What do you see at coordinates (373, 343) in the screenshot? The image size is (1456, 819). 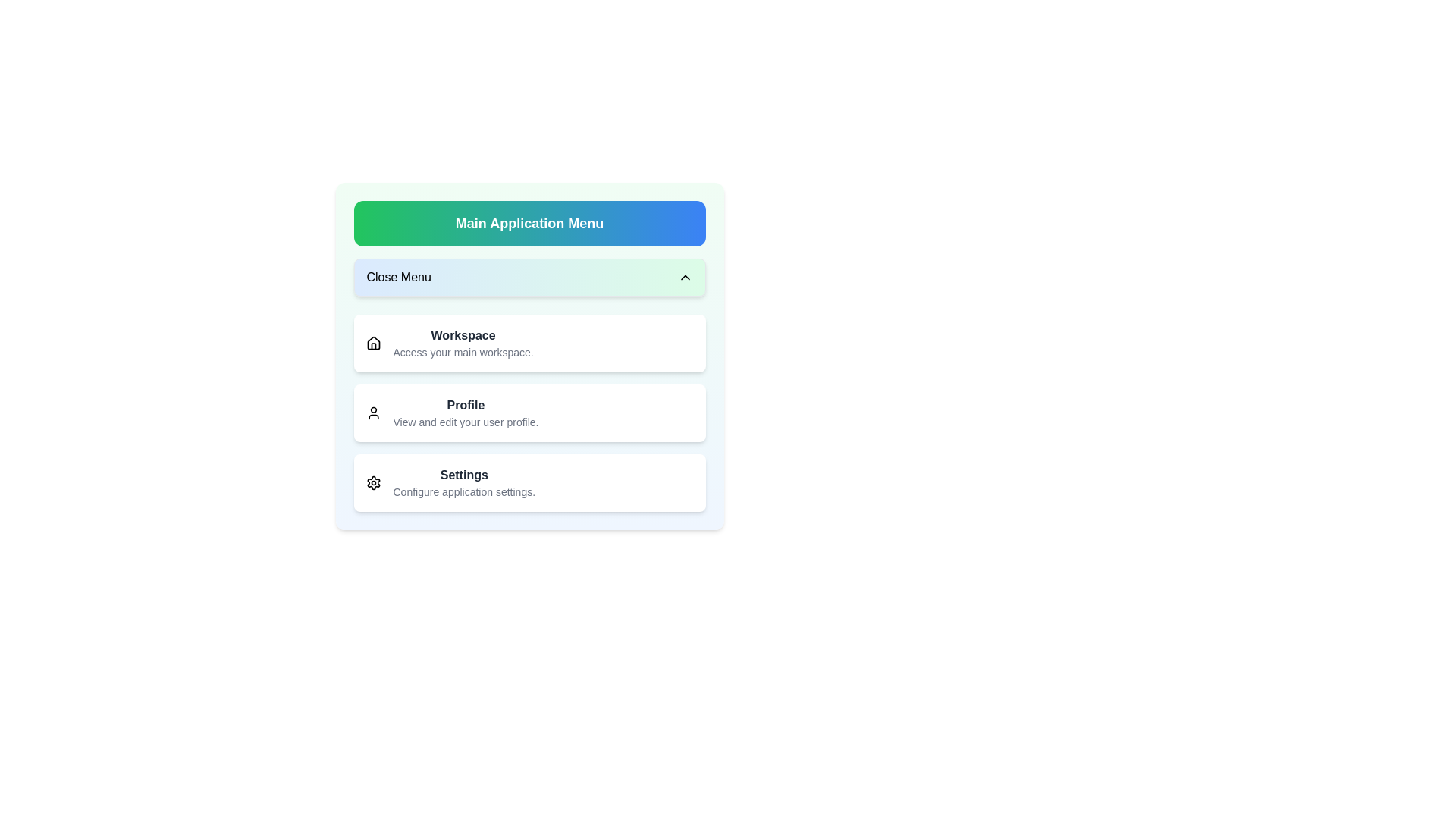 I see `the icon of the Workspace menu item` at bounding box center [373, 343].